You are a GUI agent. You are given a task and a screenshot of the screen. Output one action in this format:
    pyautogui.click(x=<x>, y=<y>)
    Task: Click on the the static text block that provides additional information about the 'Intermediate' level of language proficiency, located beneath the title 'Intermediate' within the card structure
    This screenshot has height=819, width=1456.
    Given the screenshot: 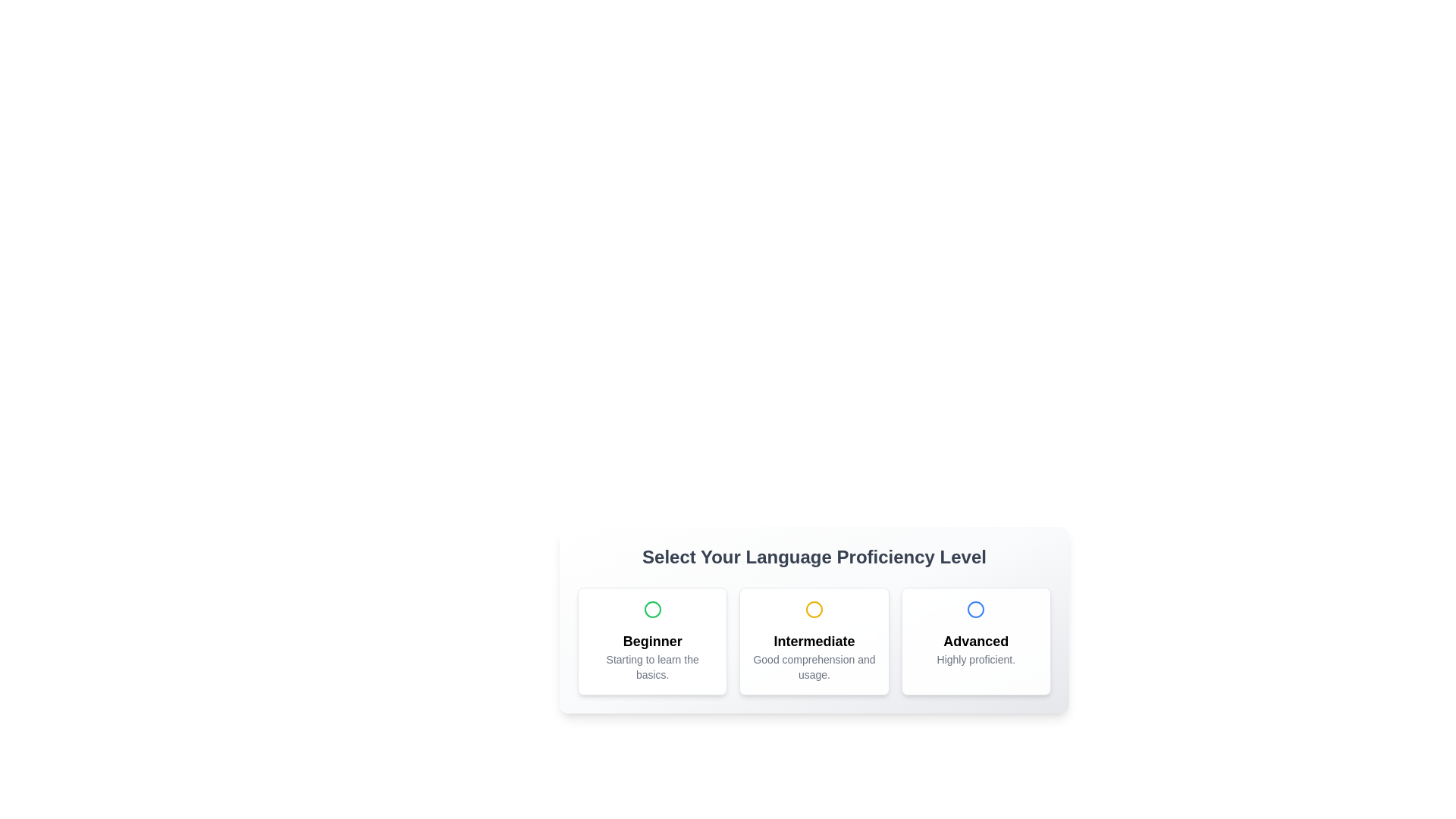 What is the action you would take?
    pyautogui.click(x=814, y=666)
    